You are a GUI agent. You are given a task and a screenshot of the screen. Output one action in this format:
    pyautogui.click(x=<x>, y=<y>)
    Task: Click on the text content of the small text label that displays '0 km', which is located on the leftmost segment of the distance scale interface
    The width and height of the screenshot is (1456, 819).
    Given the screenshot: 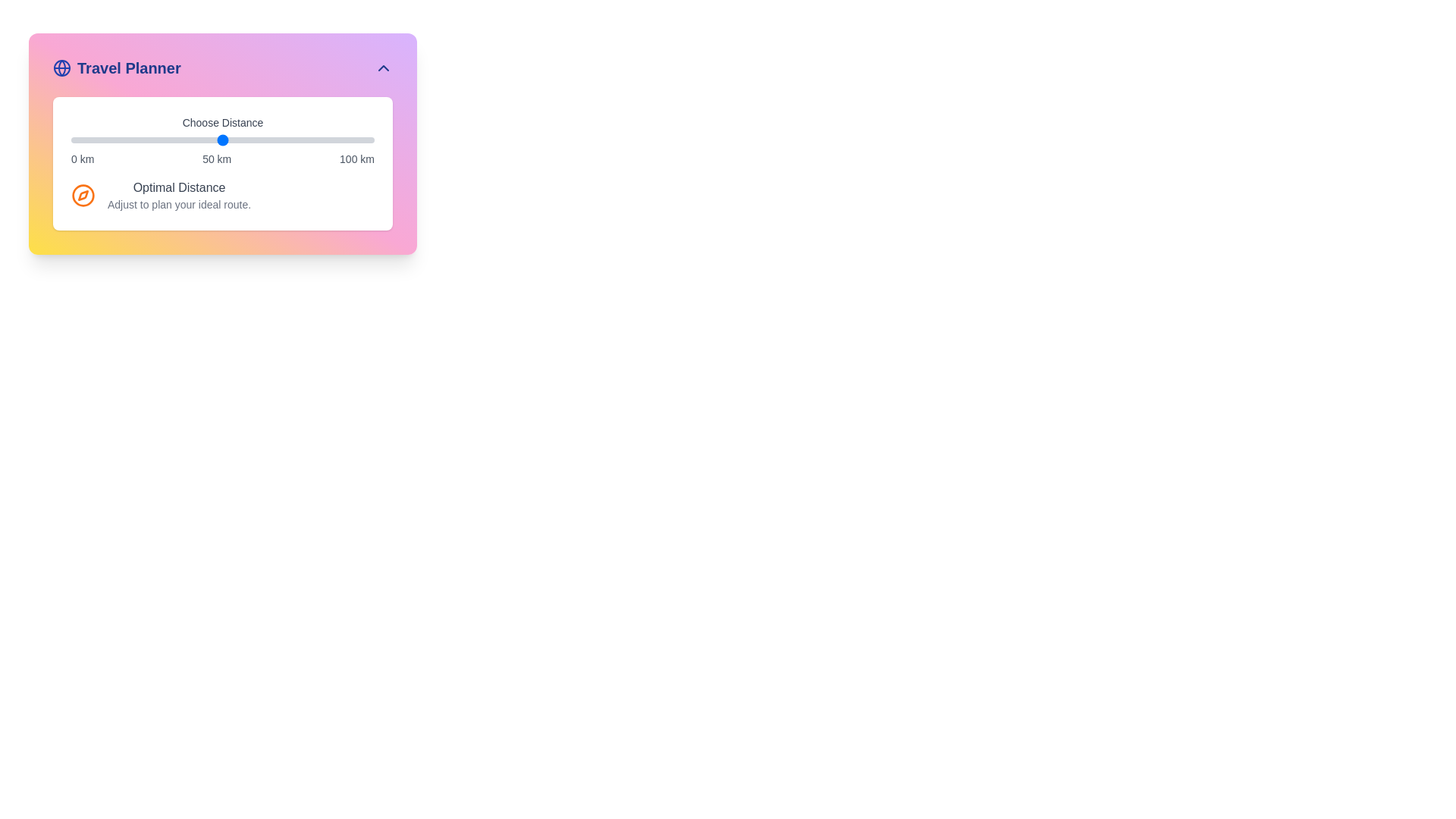 What is the action you would take?
    pyautogui.click(x=82, y=158)
    